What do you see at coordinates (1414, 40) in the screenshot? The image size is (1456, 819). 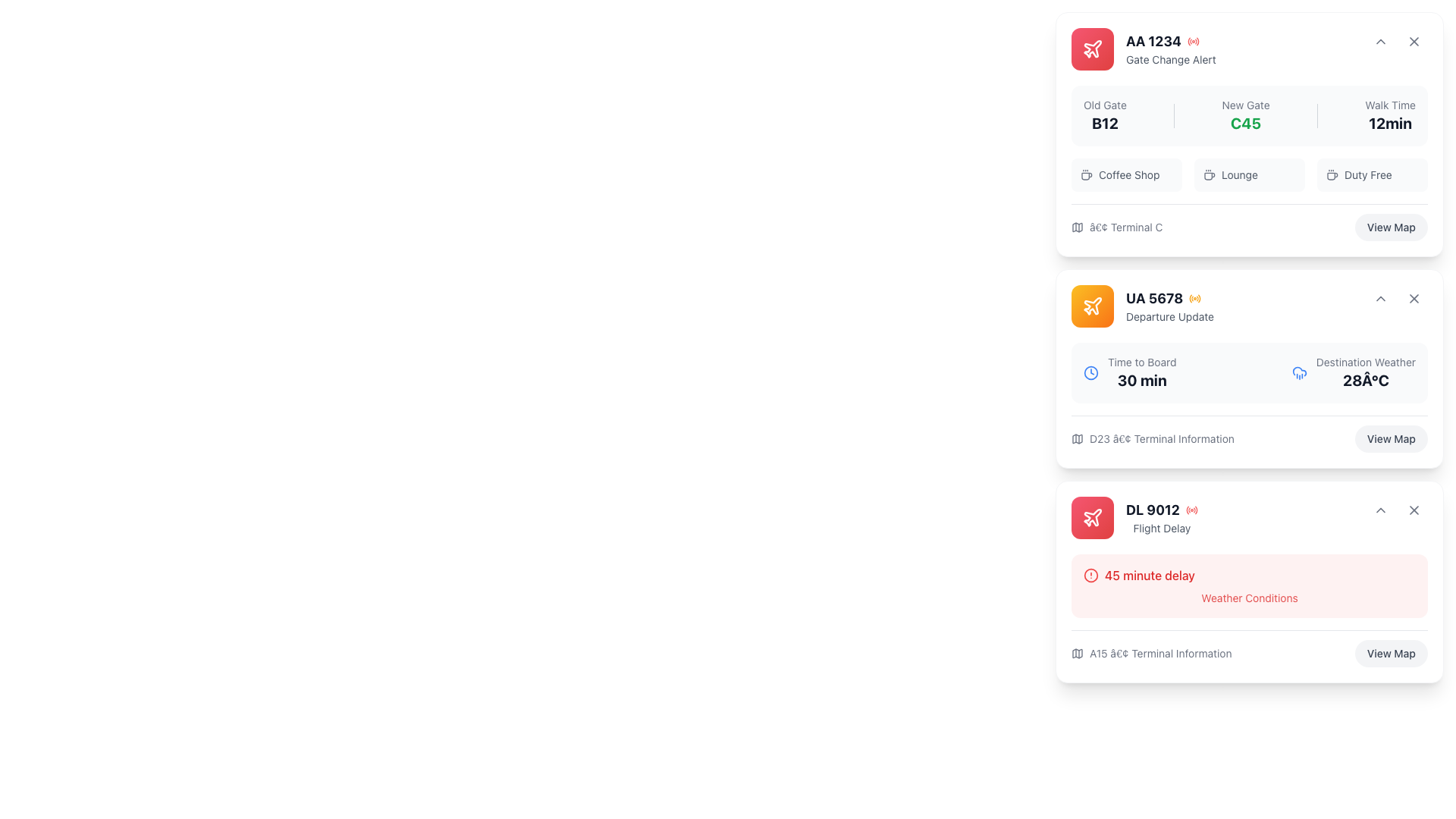 I see `the close button icon located at the top-right corner of the card labeled 'AA 1234'` at bounding box center [1414, 40].